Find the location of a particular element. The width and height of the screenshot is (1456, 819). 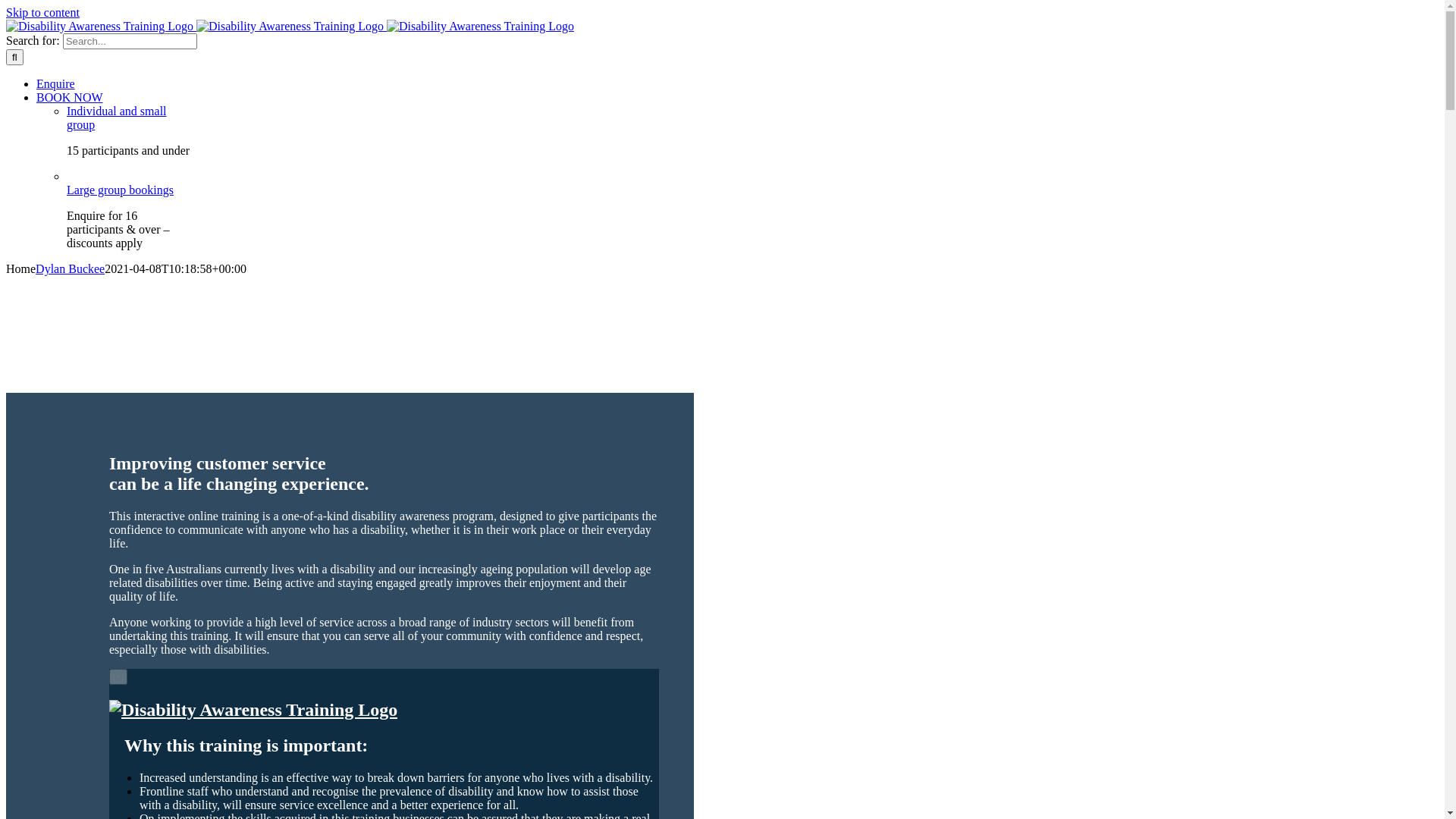

'Dylan Buckee' is located at coordinates (69, 268).